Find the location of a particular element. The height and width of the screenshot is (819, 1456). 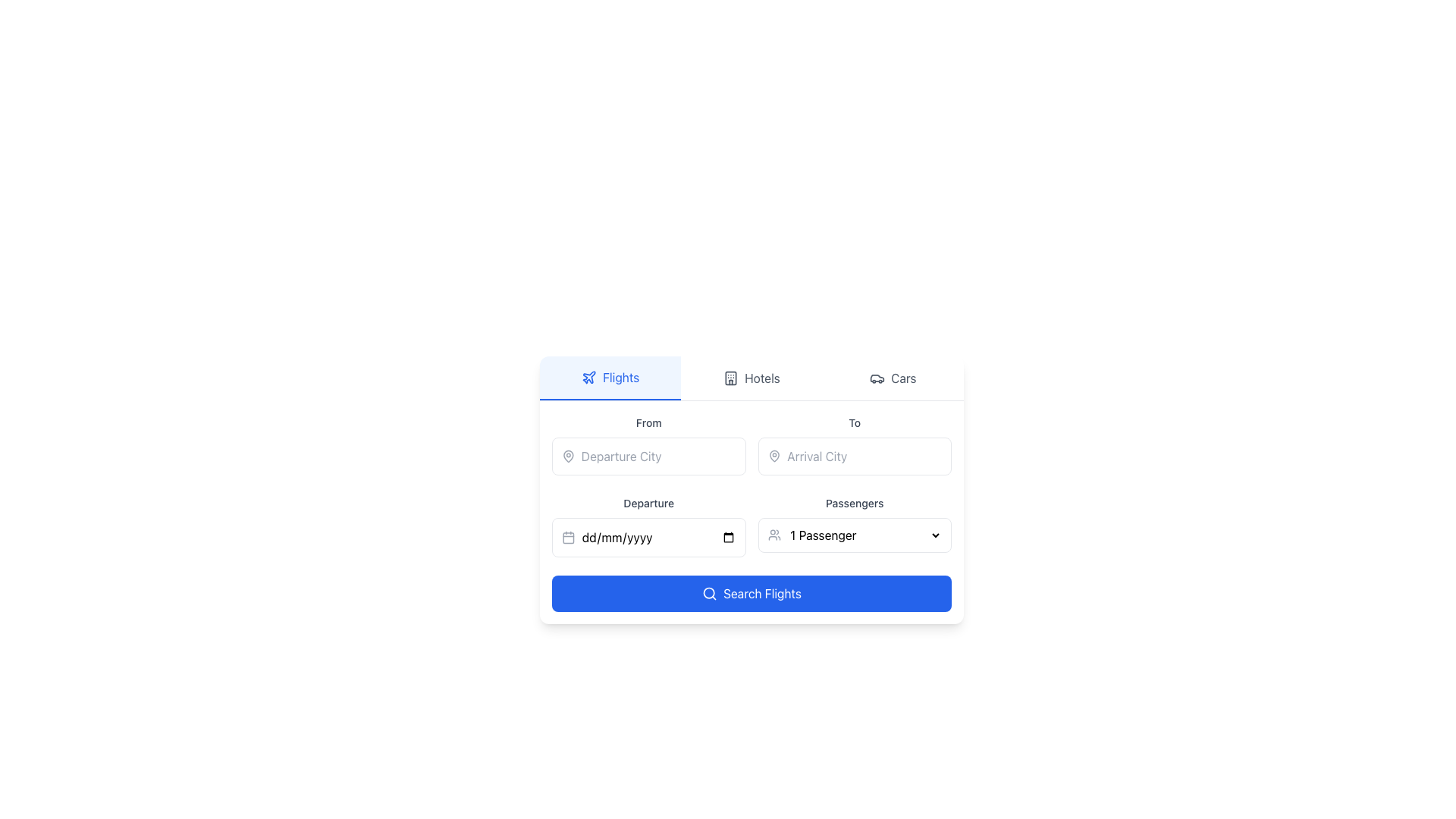

the 'Hotels' text label in the navigation bar, which is styled in gray and indicates an inactive status, located centrally between 'Flights' and 'Cars' is located at coordinates (762, 377).